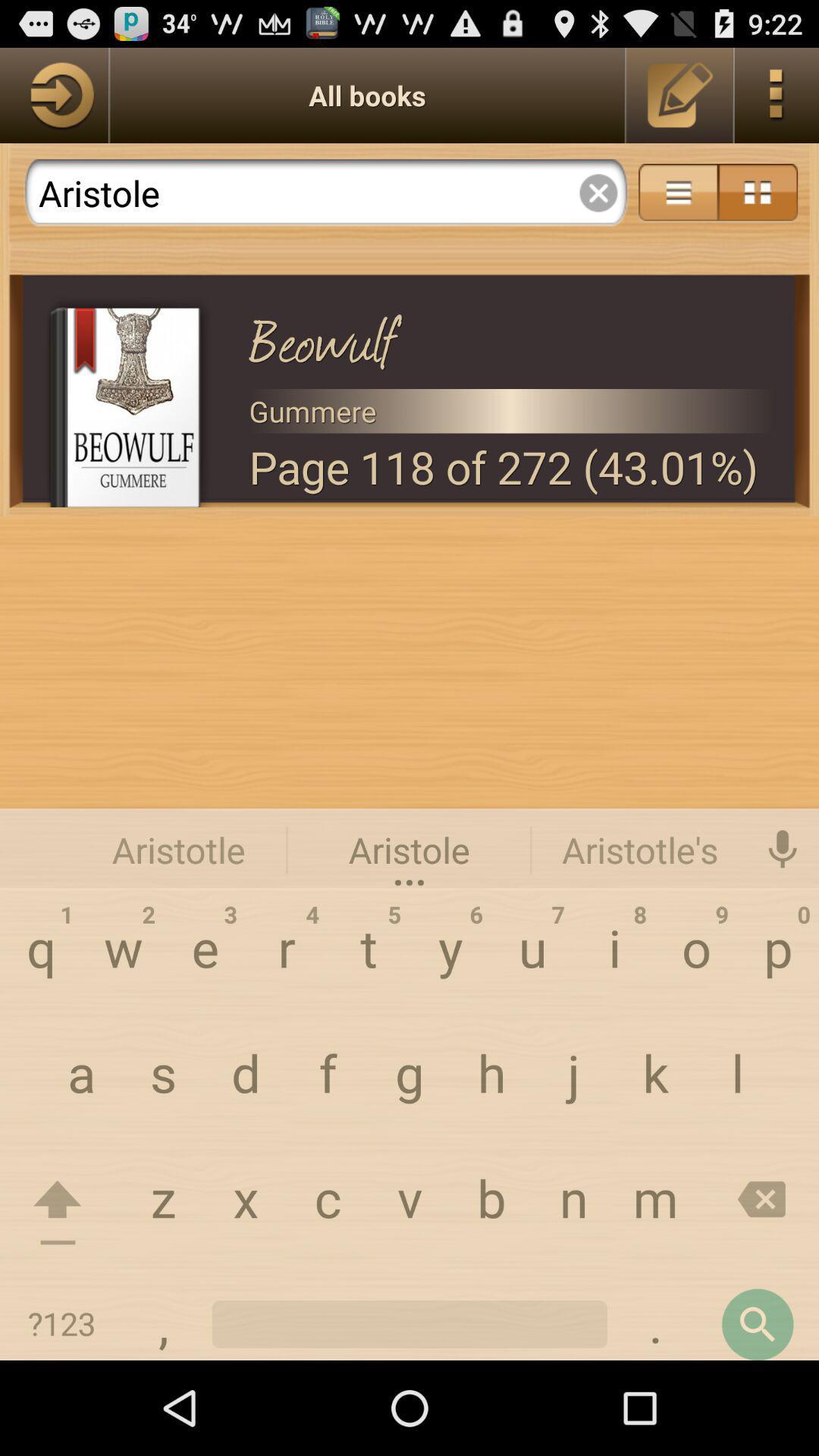 The image size is (819, 1456). I want to click on icon option, so click(758, 192).